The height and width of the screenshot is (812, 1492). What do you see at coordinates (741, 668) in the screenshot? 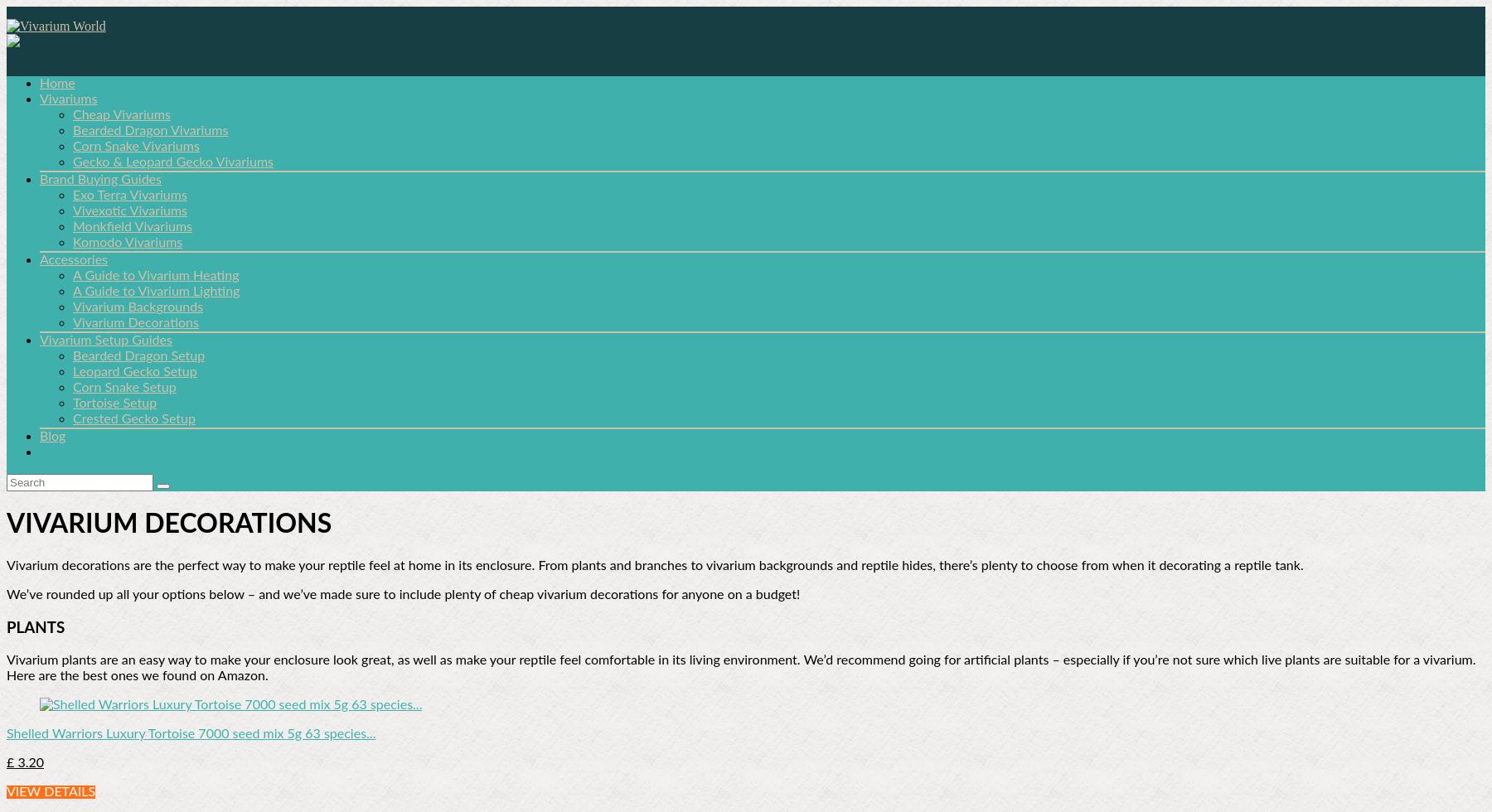
I see `'Vivarium plants are an easy way to make your enclosure look great, as well as make your reptile feel comfortable in its living environment. We’d recommend going for artificial plants – especially if you’re not sure which live plants are suitable for a vivarium. Here are the best ones we found on Amazon.'` at bounding box center [741, 668].